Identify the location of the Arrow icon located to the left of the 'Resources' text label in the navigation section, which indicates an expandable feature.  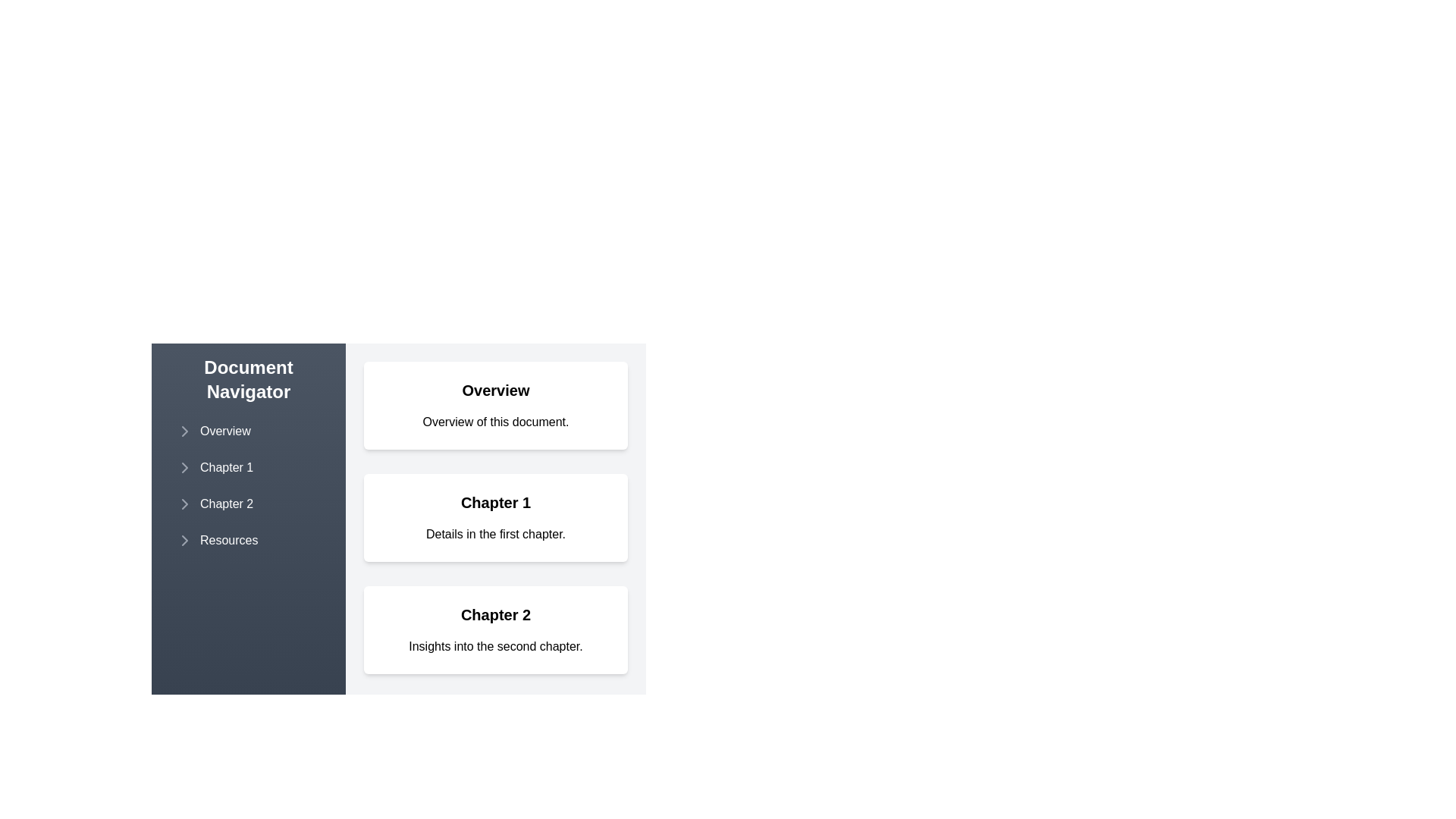
(184, 540).